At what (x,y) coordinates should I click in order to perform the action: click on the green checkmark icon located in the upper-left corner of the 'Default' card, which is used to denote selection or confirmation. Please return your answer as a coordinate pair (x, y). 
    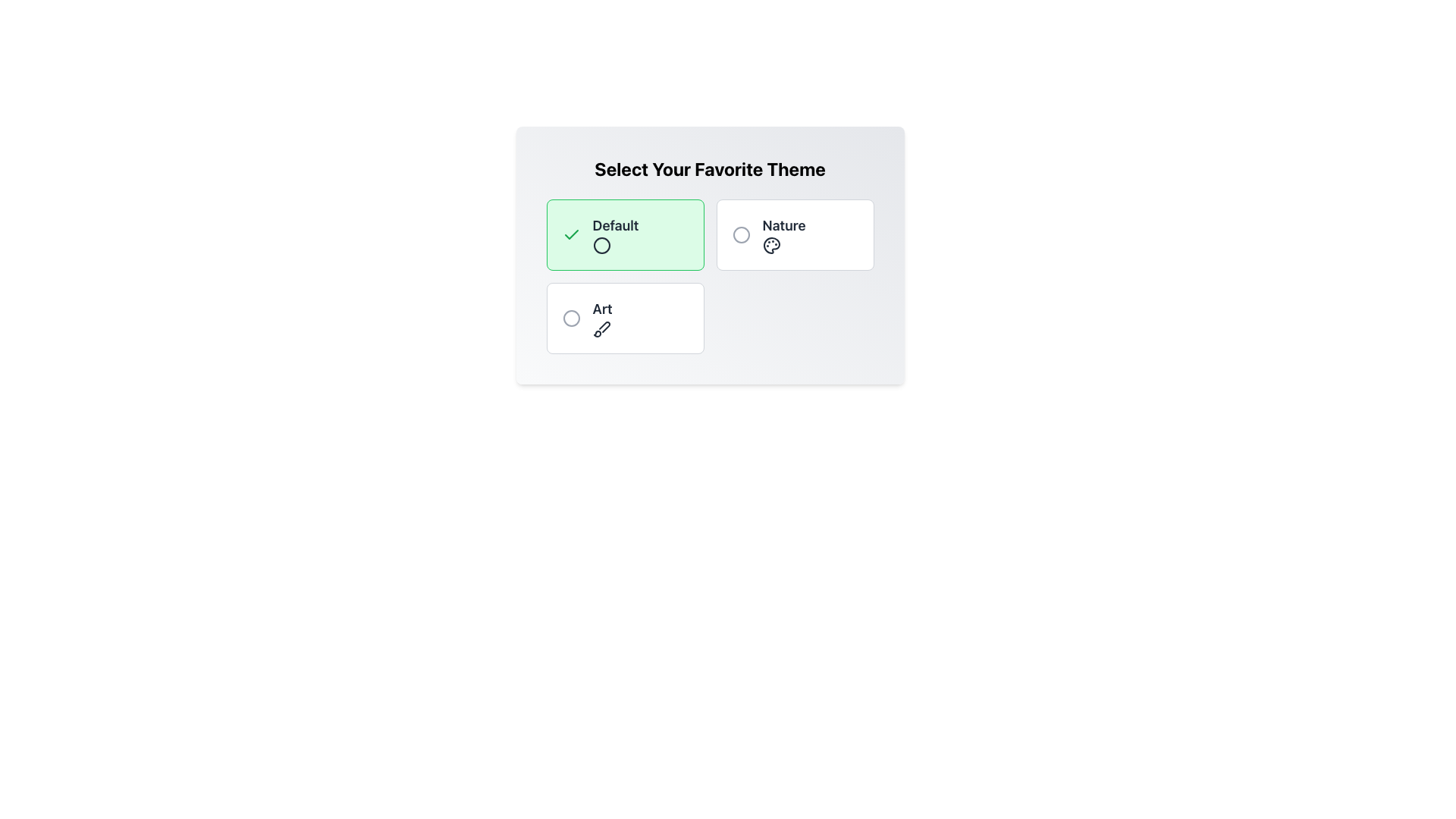
    Looking at the image, I should click on (570, 234).